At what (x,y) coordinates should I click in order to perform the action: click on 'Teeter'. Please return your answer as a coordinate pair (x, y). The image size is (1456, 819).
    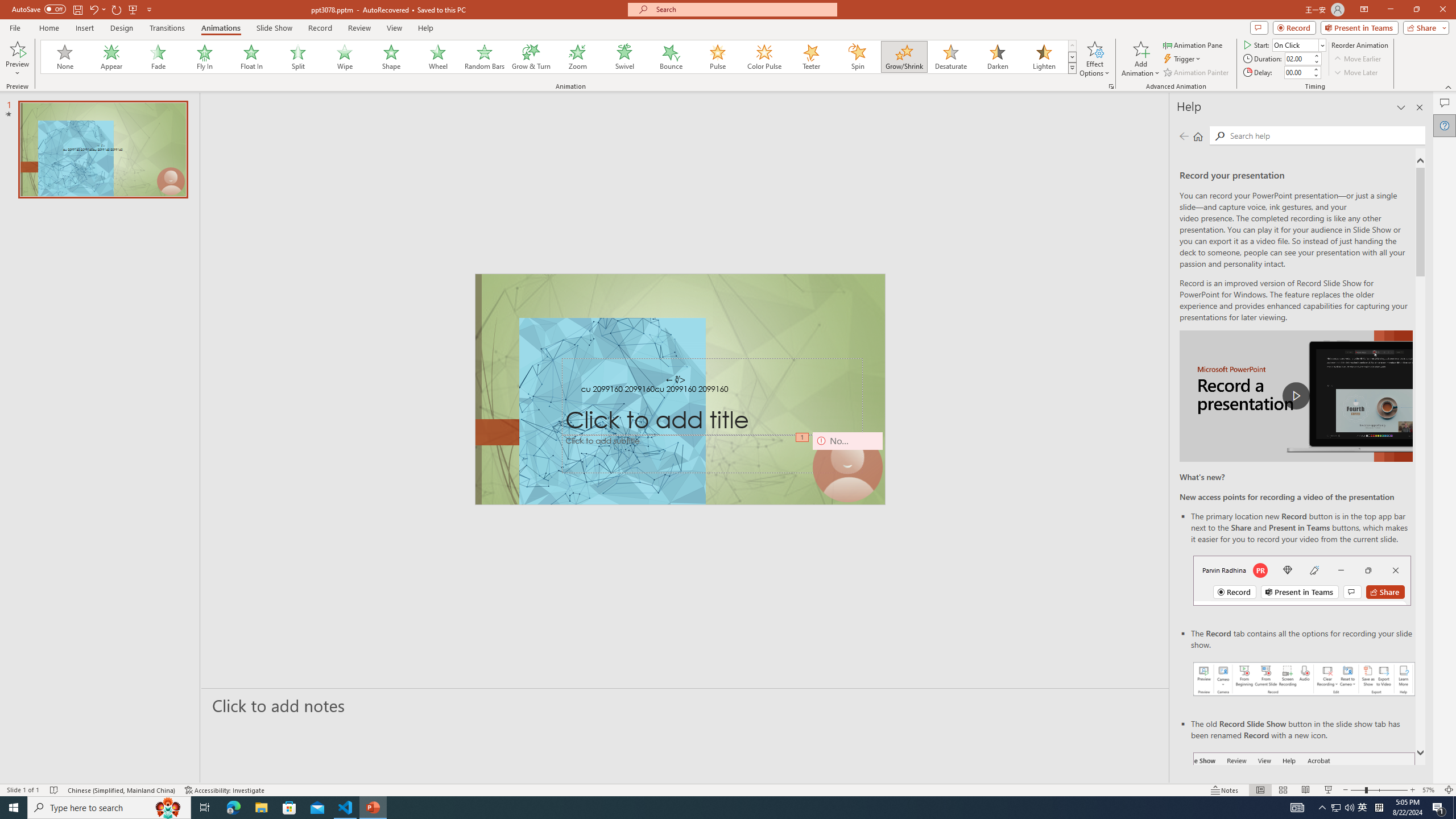
    Looking at the image, I should click on (810, 56).